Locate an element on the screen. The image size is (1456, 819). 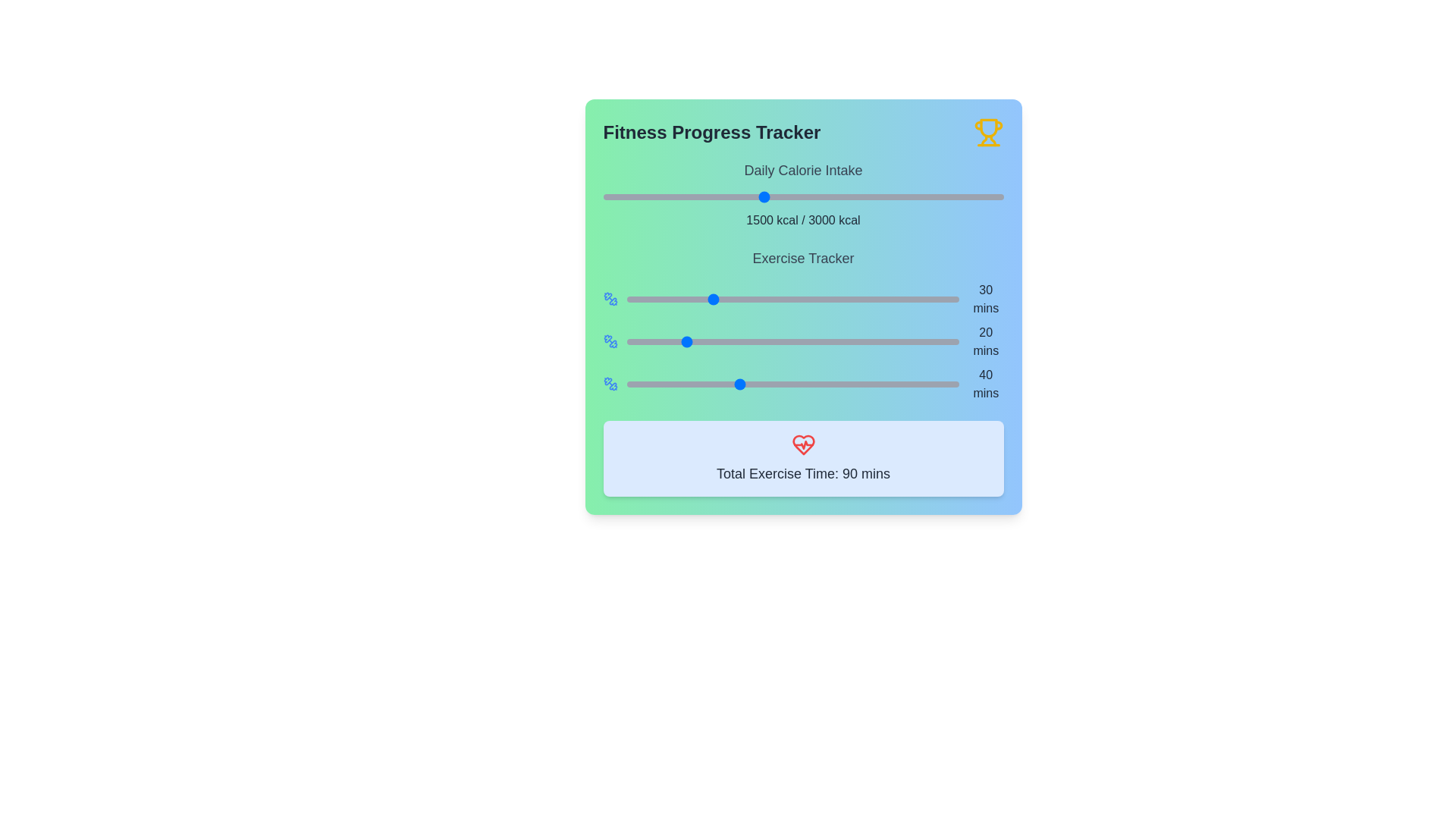
the text label displaying '30 mins' which is located to the right of the second slider bar in the 'Exercise Tracker' section is located at coordinates (986, 299).